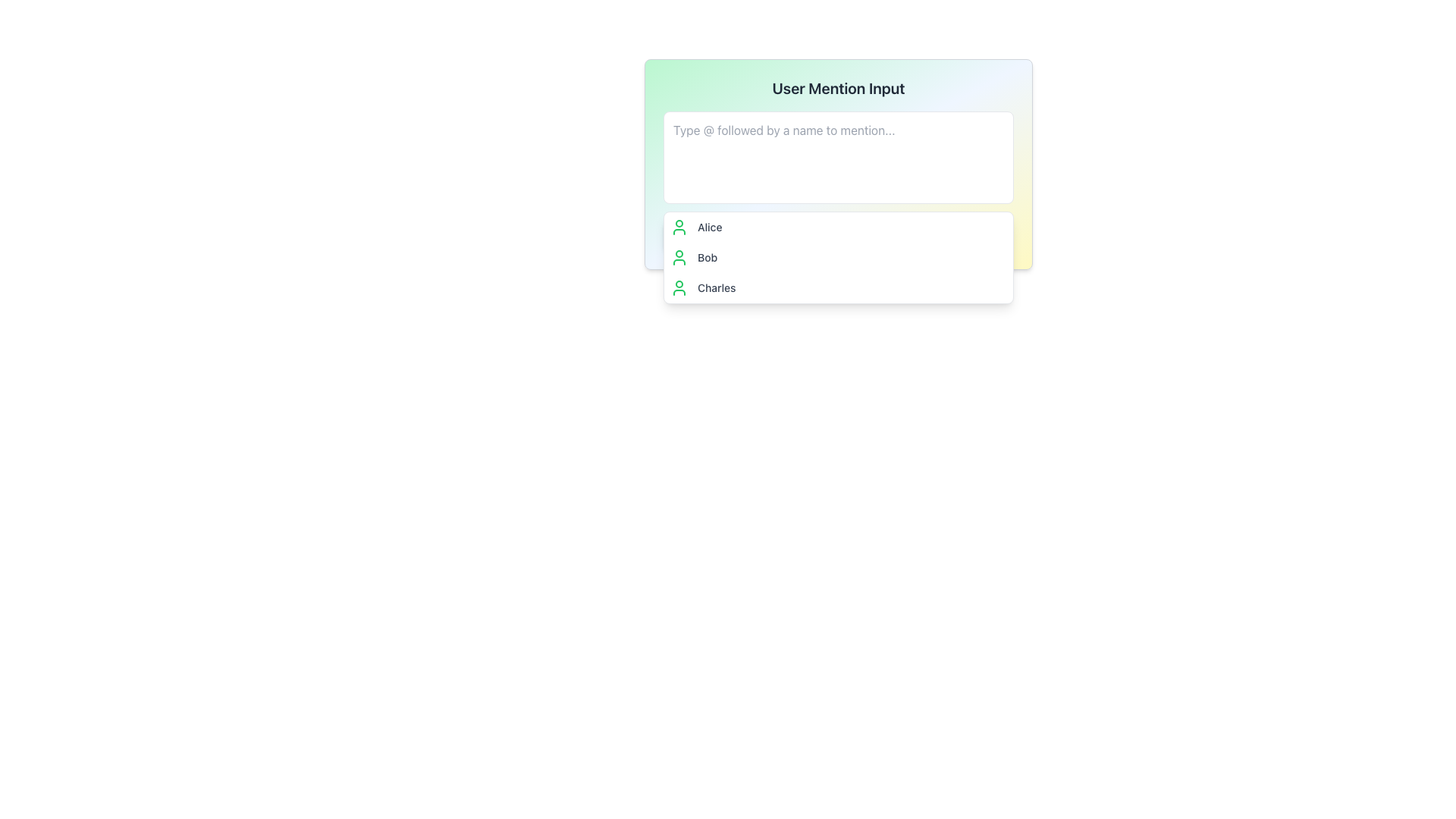  Describe the element at coordinates (709, 227) in the screenshot. I see `the text label displaying 'Alice'` at that location.